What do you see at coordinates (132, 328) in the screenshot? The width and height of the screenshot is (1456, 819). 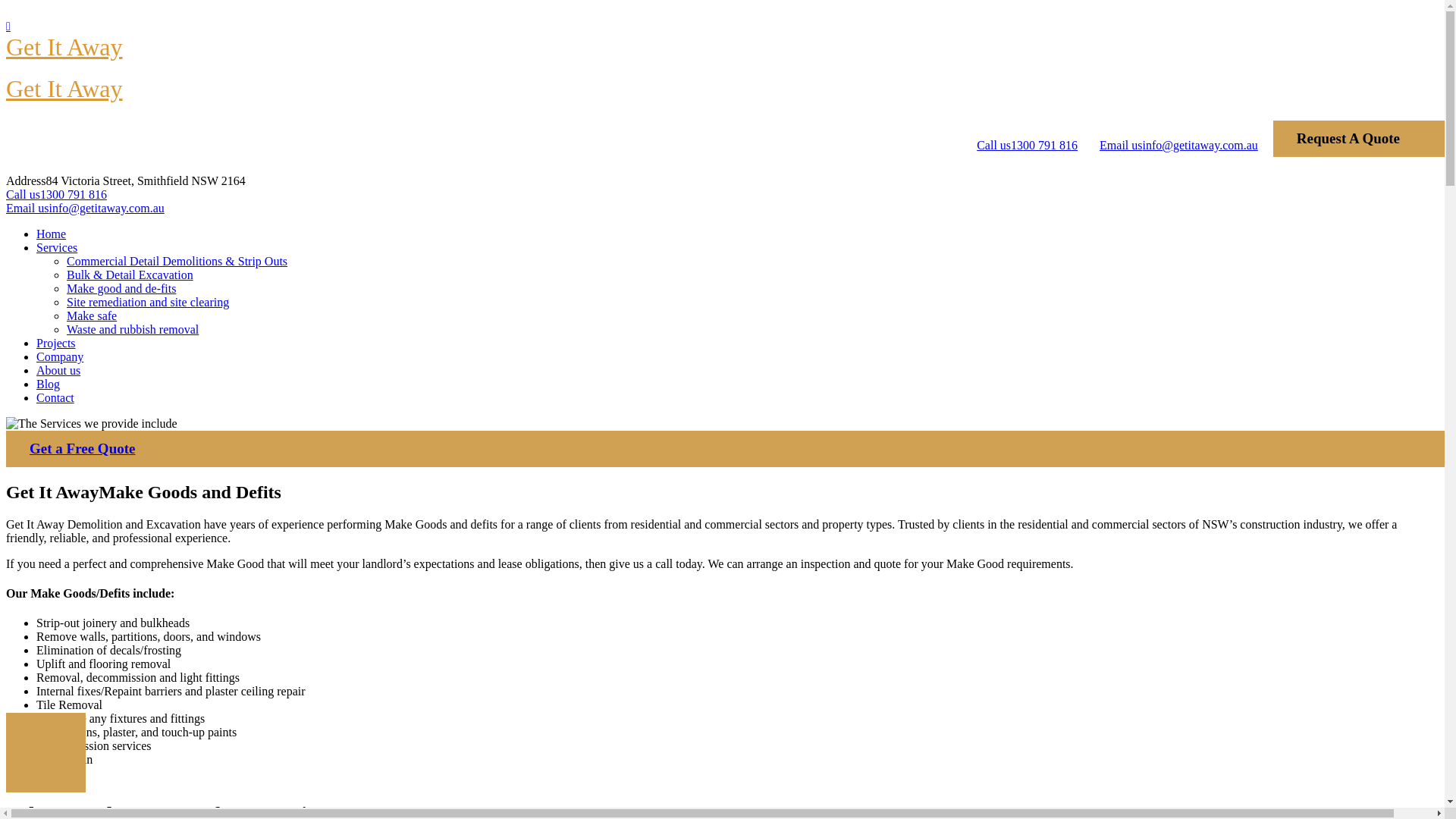 I see `'Waste and rubbish removal'` at bounding box center [132, 328].